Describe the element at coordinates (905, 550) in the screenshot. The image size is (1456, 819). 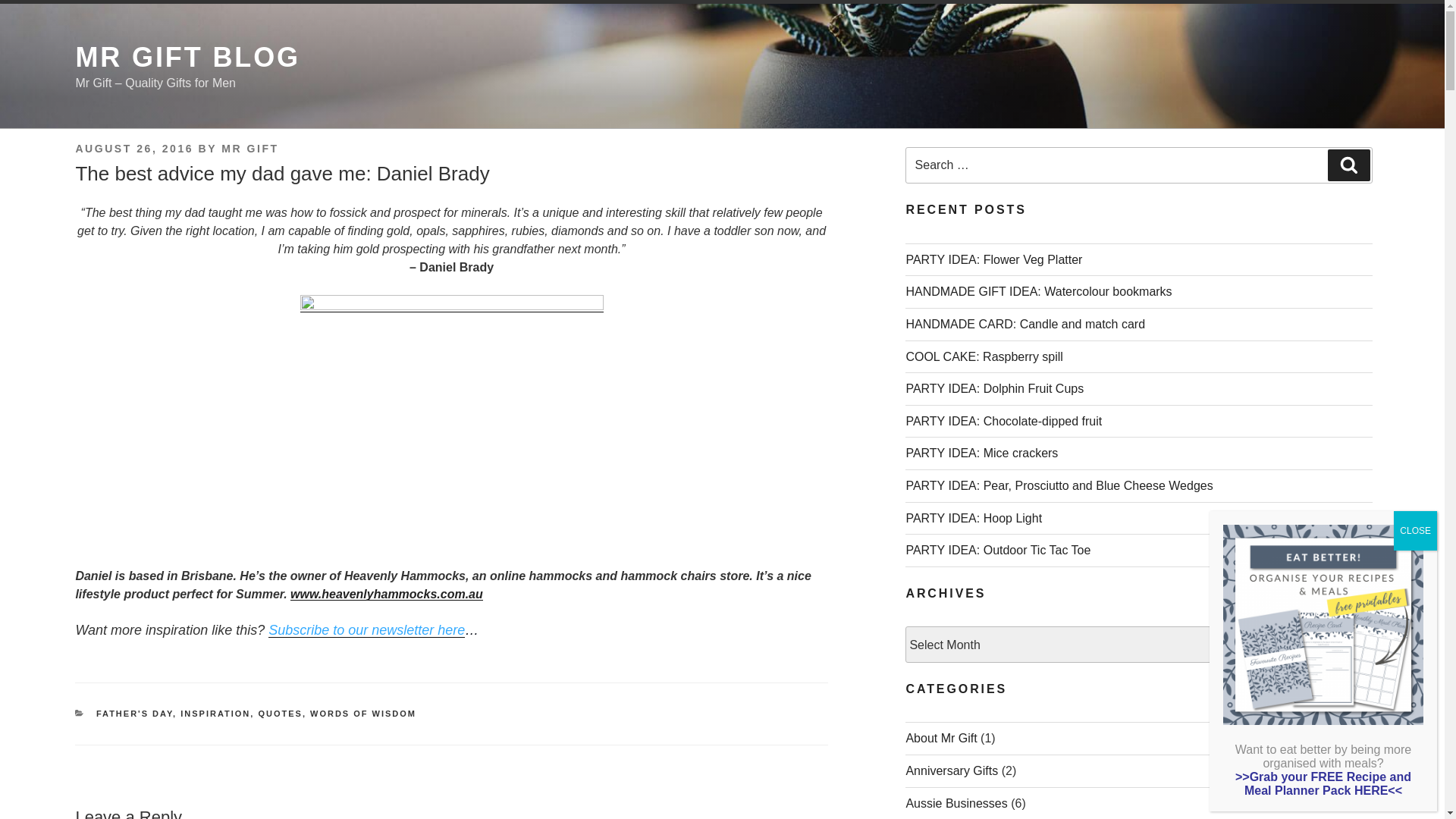
I see `'PARTY IDEA: Outdoor Tic Tac Toe'` at that location.